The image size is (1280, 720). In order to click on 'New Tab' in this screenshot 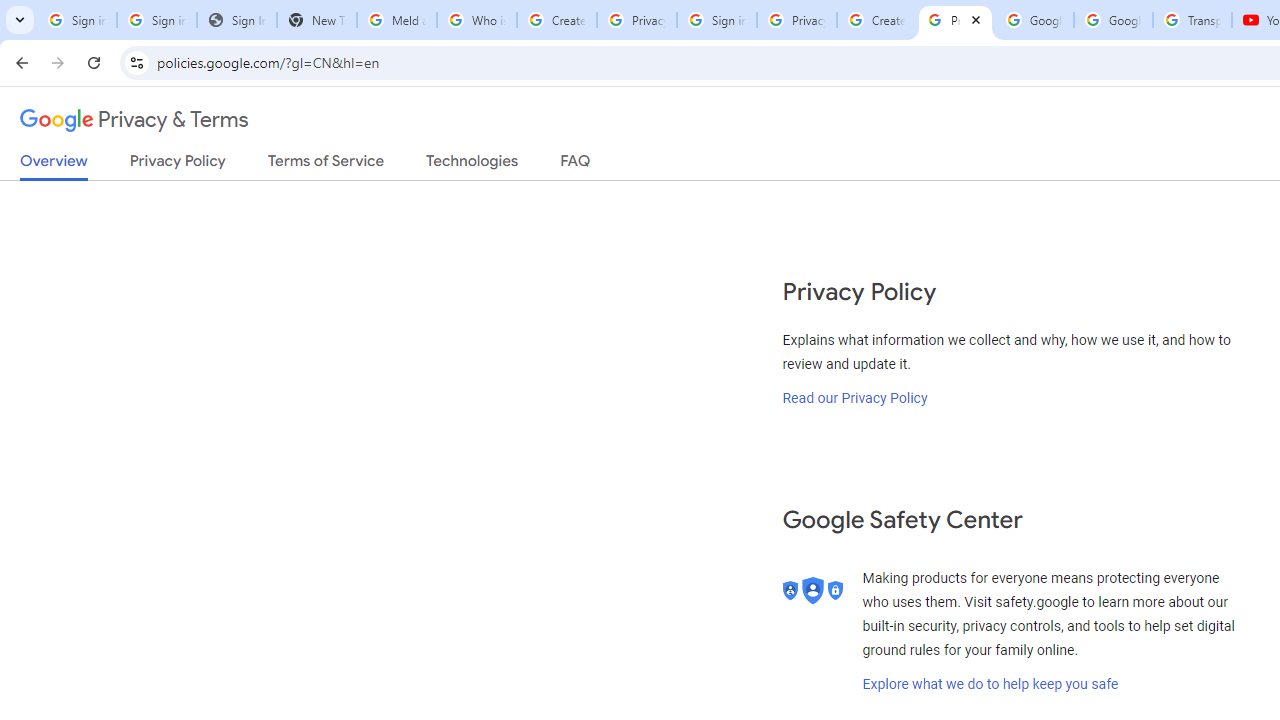, I will do `click(315, 20)`.